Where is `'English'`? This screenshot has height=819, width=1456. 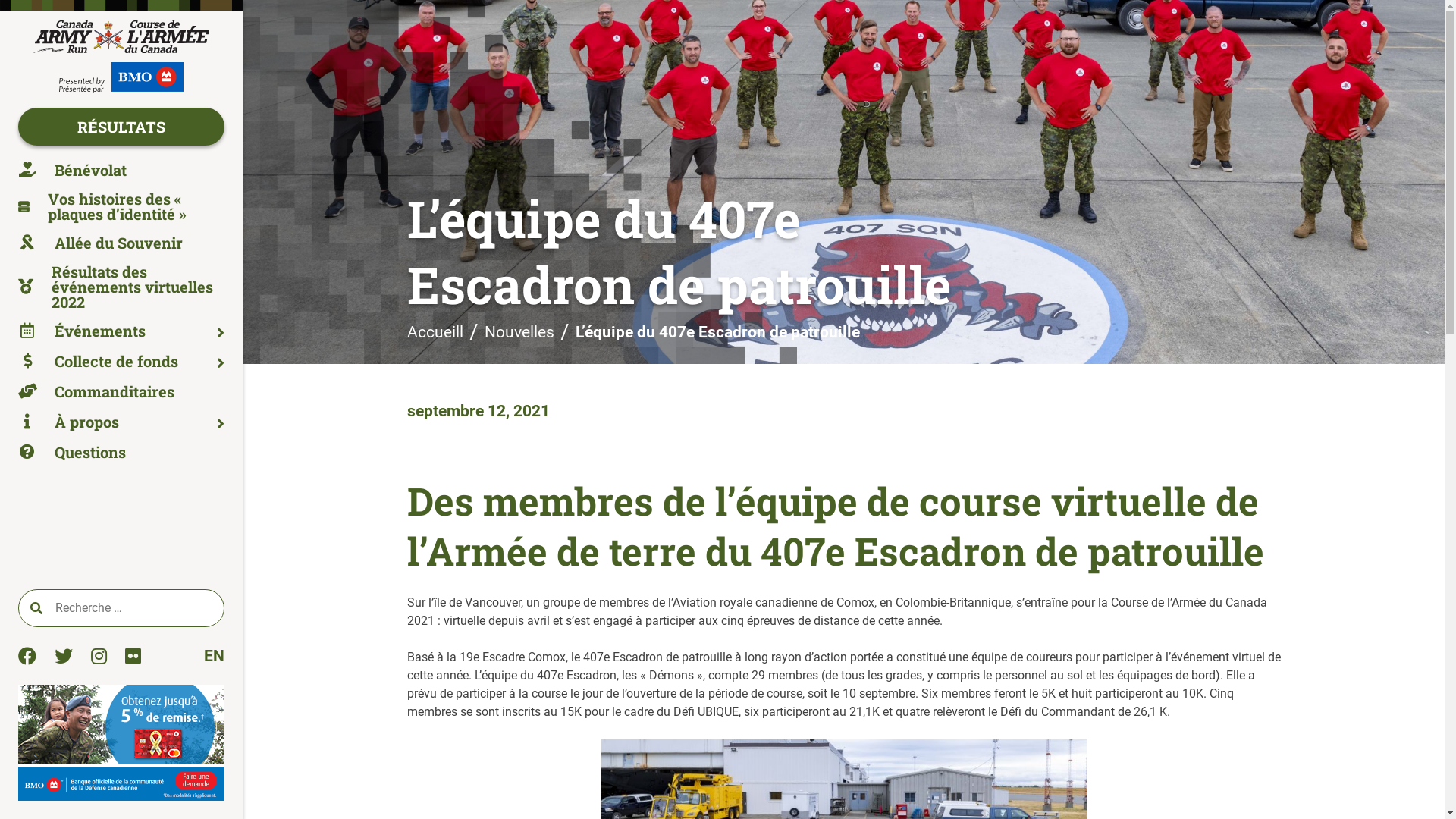
'English' is located at coordinates (202, 654).